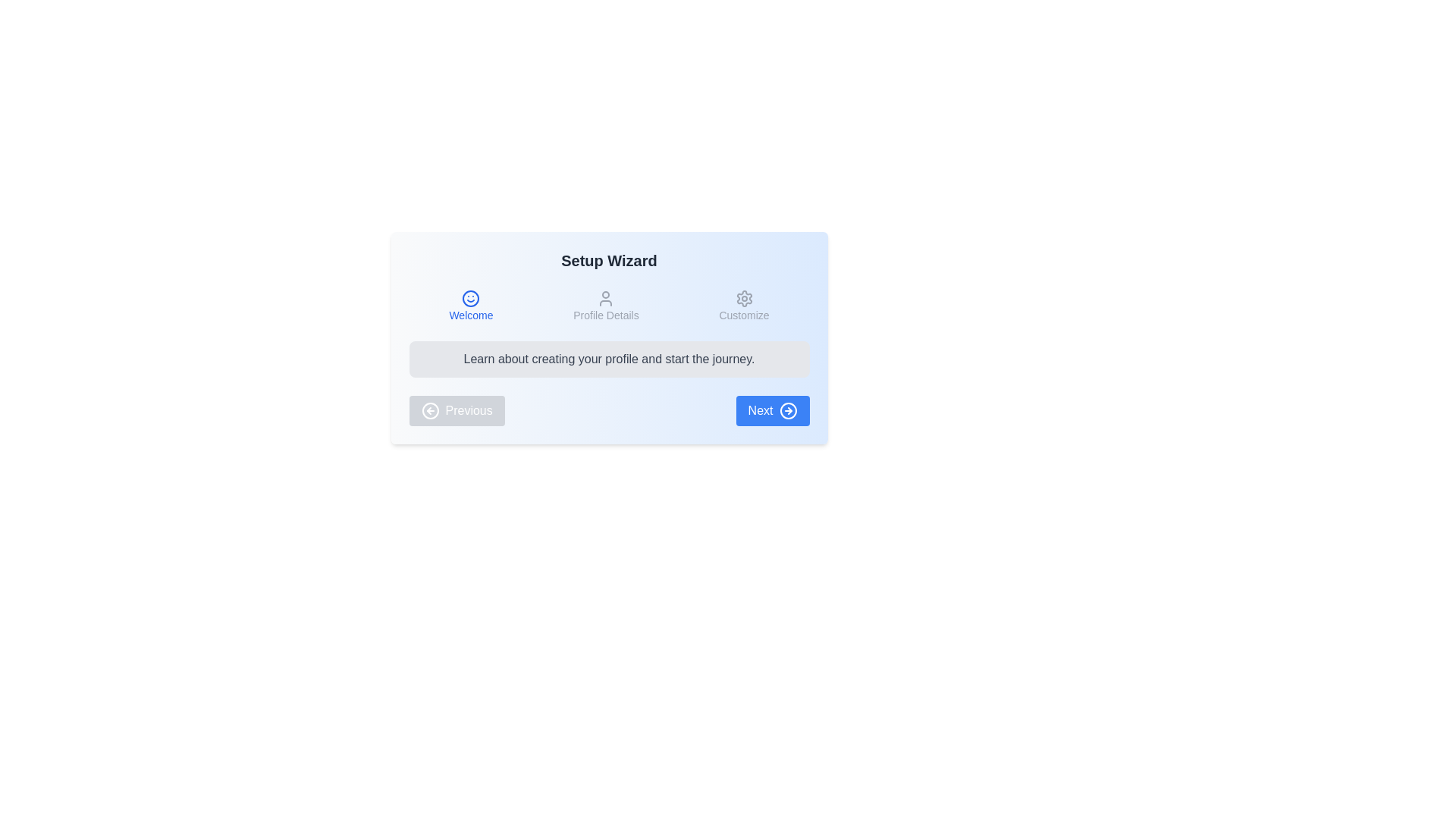 The image size is (1456, 819). Describe the element at coordinates (744, 315) in the screenshot. I see `the 'Customize' label, which is a light gray text label located below a gear icon in the top-right section of the setup wizard interface` at that location.